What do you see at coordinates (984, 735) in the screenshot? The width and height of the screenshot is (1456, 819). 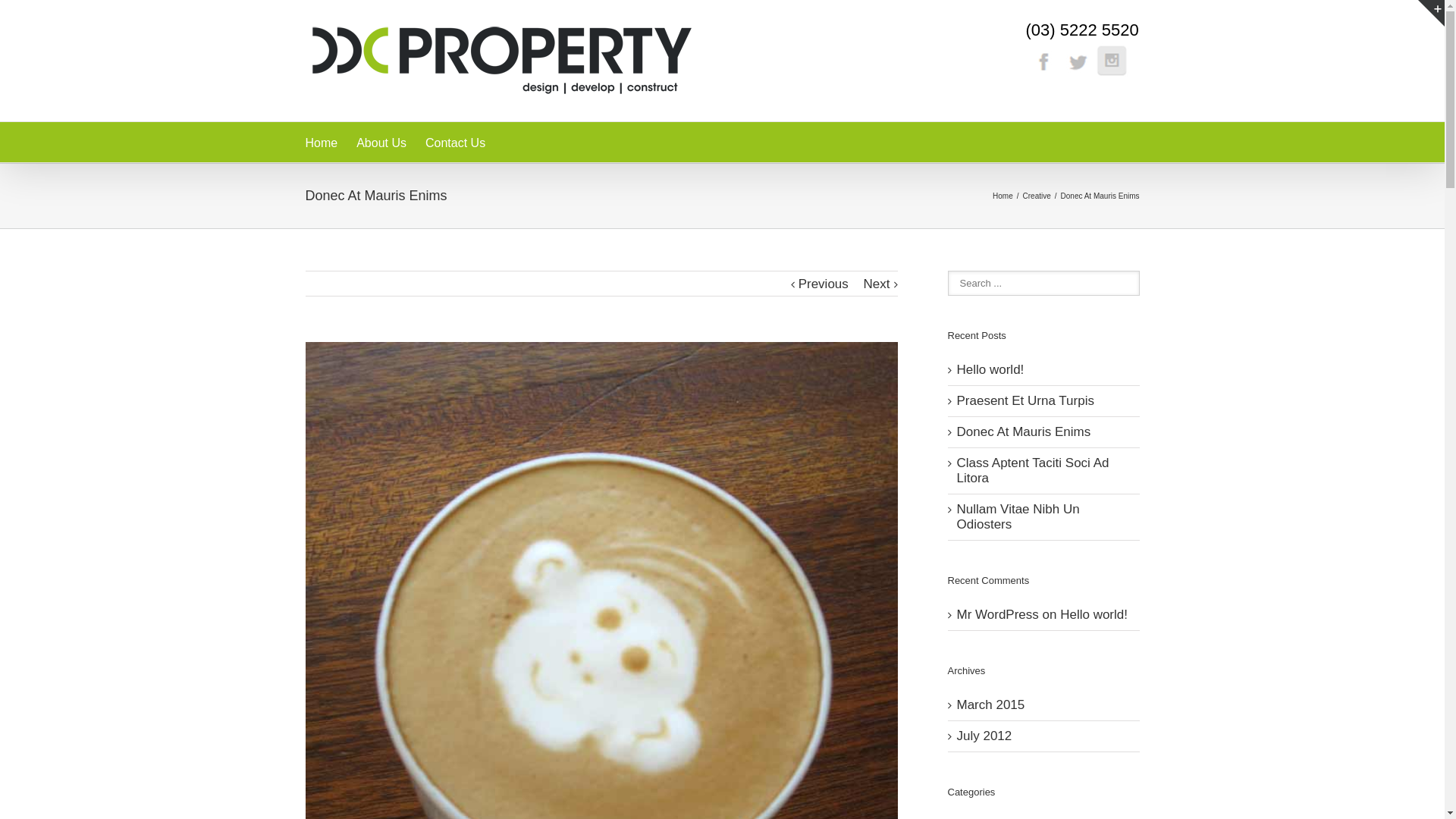 I see `'July 2012'` at bounding box center [984, 735].